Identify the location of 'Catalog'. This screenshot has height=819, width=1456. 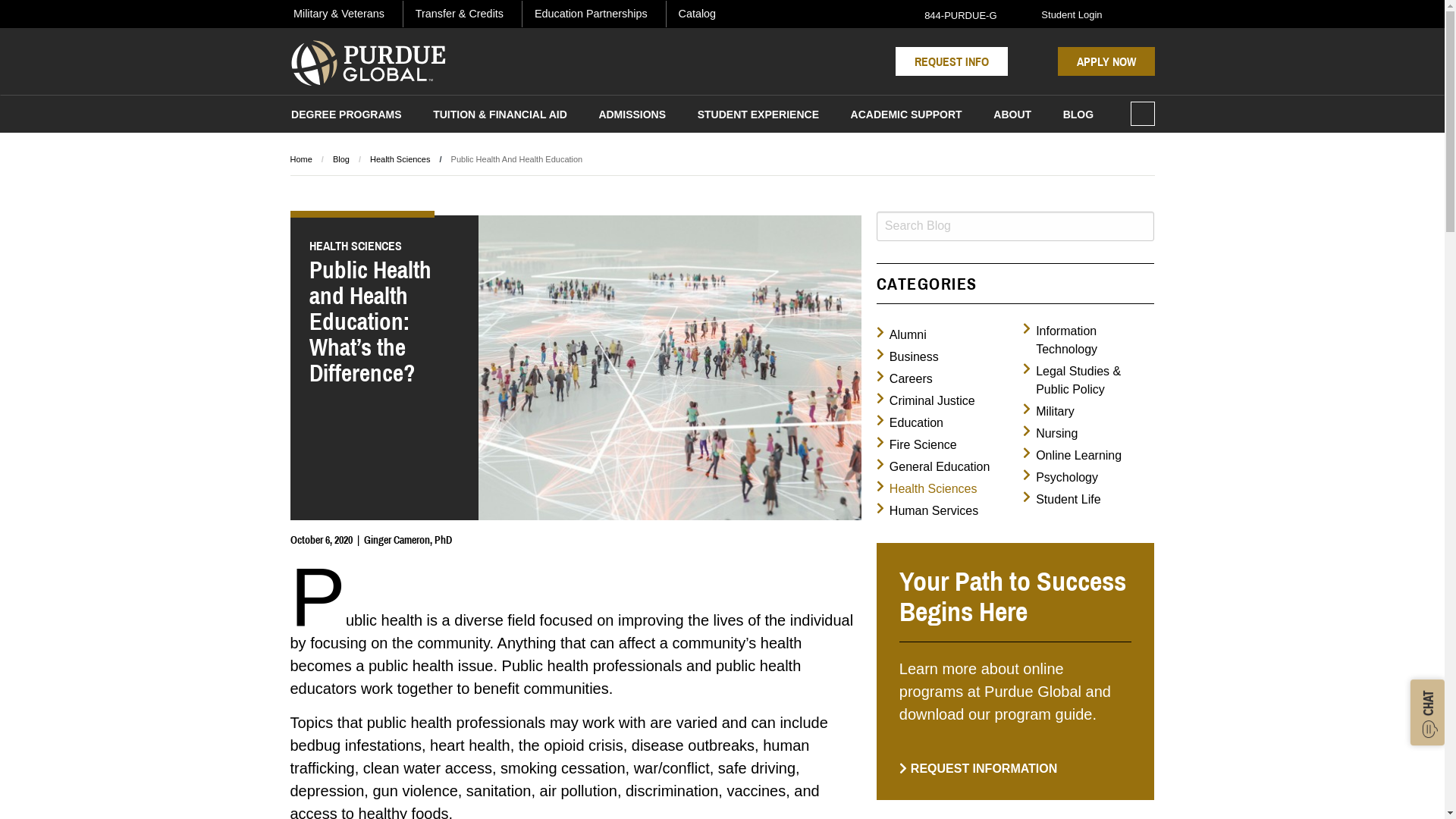
(696, 14).